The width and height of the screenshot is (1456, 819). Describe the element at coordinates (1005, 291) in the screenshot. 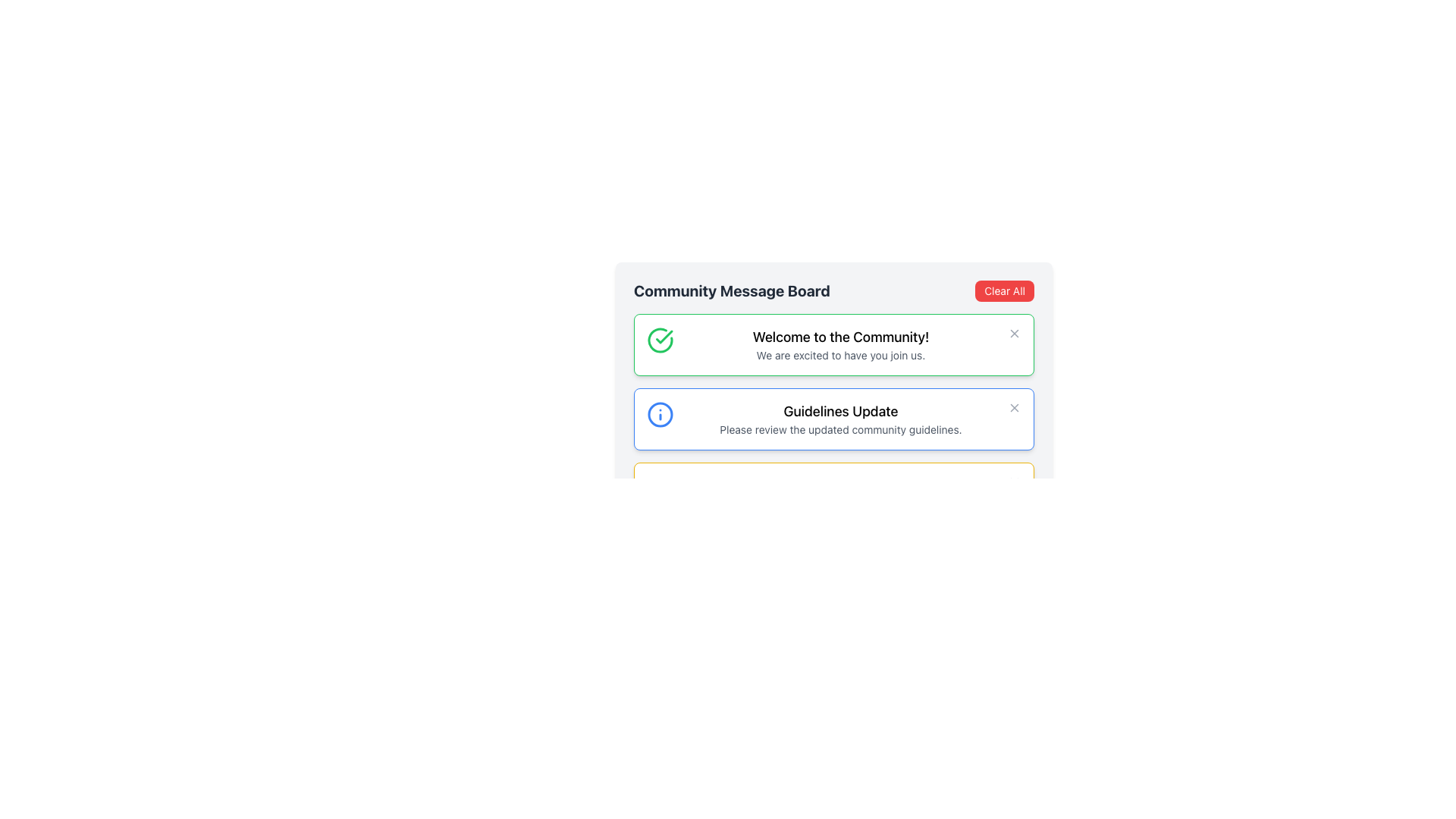

I see `the red rectangular button labeled 'Clear All' to change its appearance` at that location.